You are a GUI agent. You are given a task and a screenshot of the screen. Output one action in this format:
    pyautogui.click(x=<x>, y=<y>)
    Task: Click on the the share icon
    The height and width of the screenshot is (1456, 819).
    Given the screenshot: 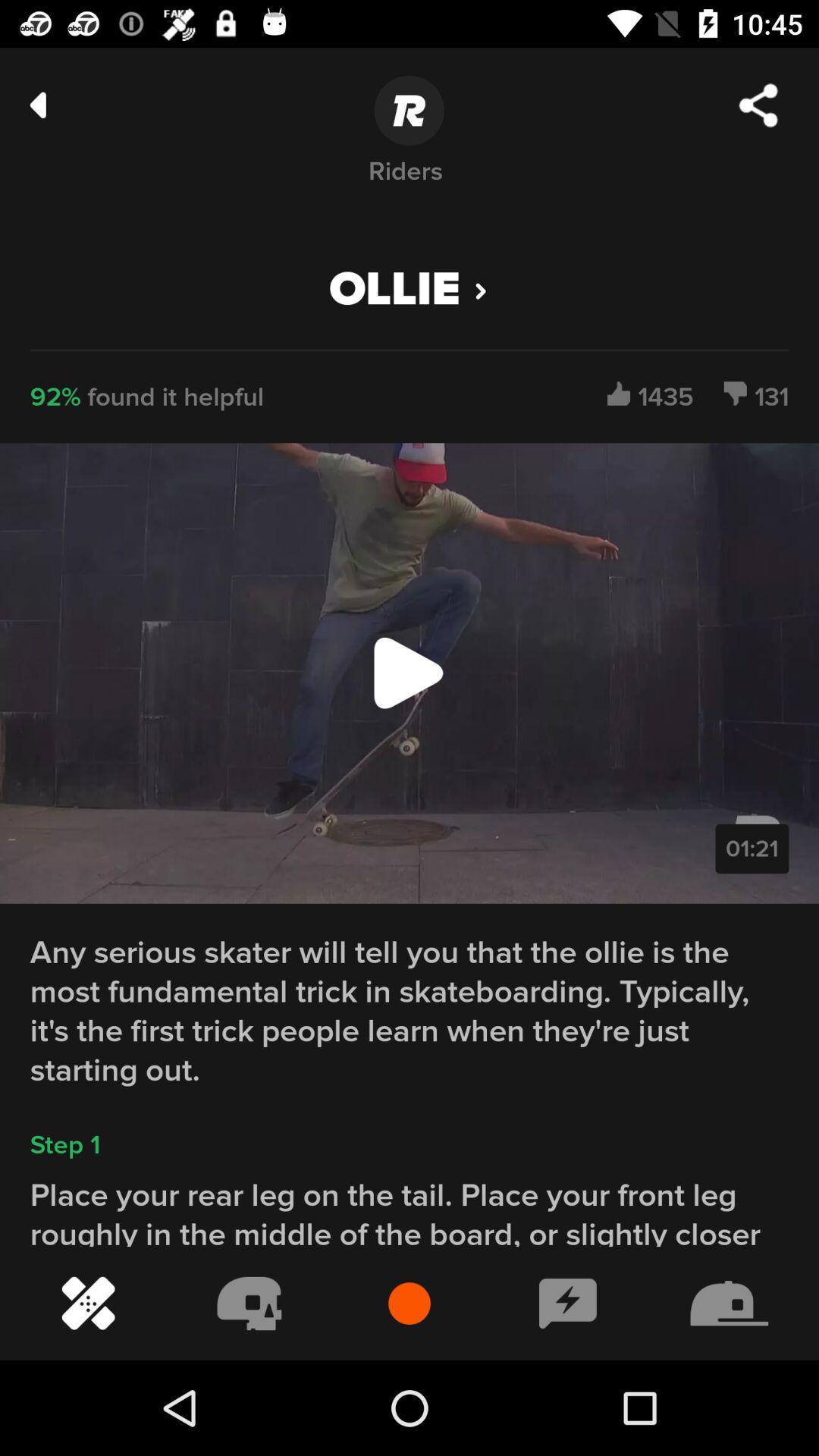 What is the action you would take?
    pyautogui.click(x=758, y=105)
    